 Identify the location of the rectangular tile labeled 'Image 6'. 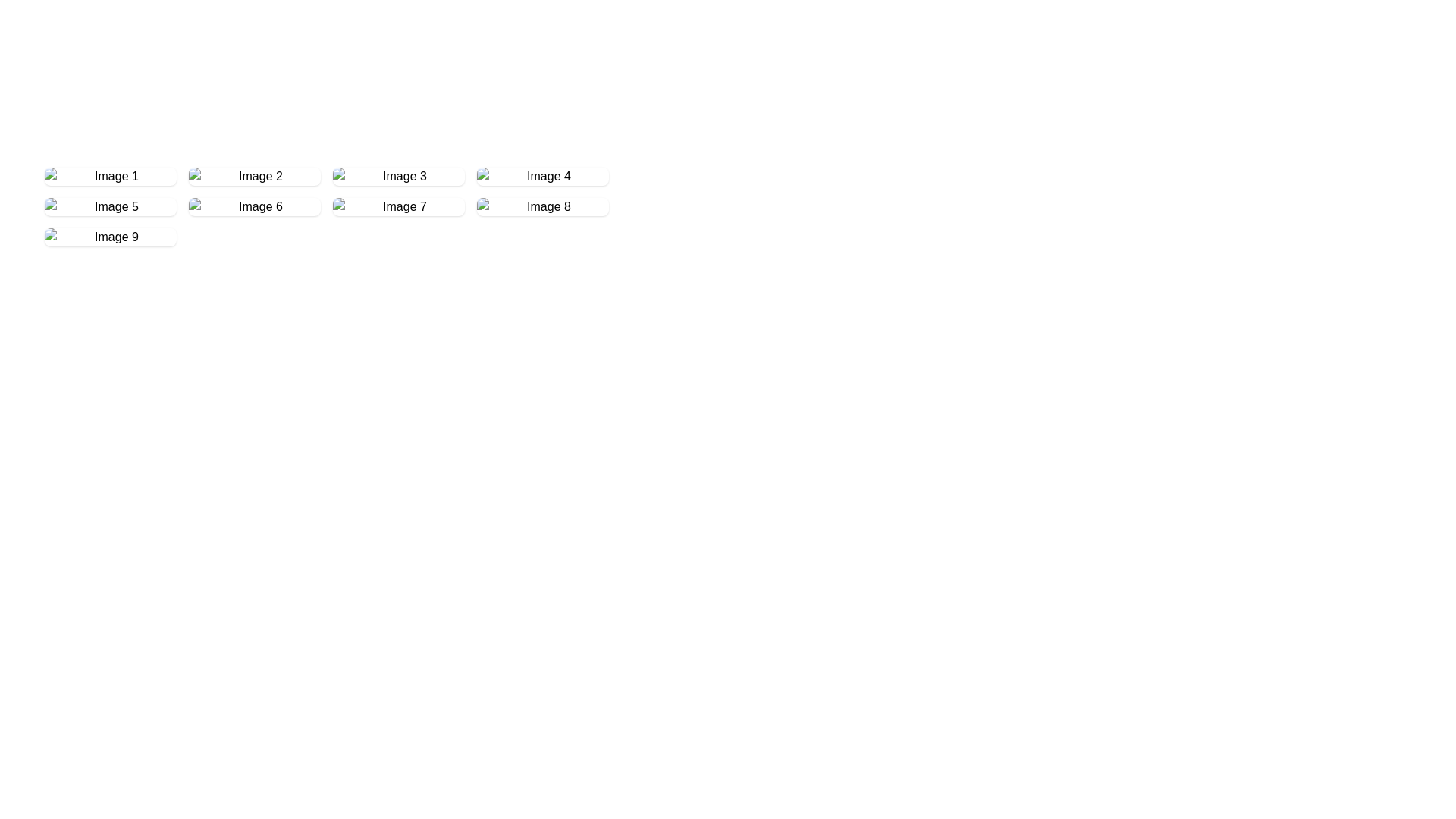
(255, 207).